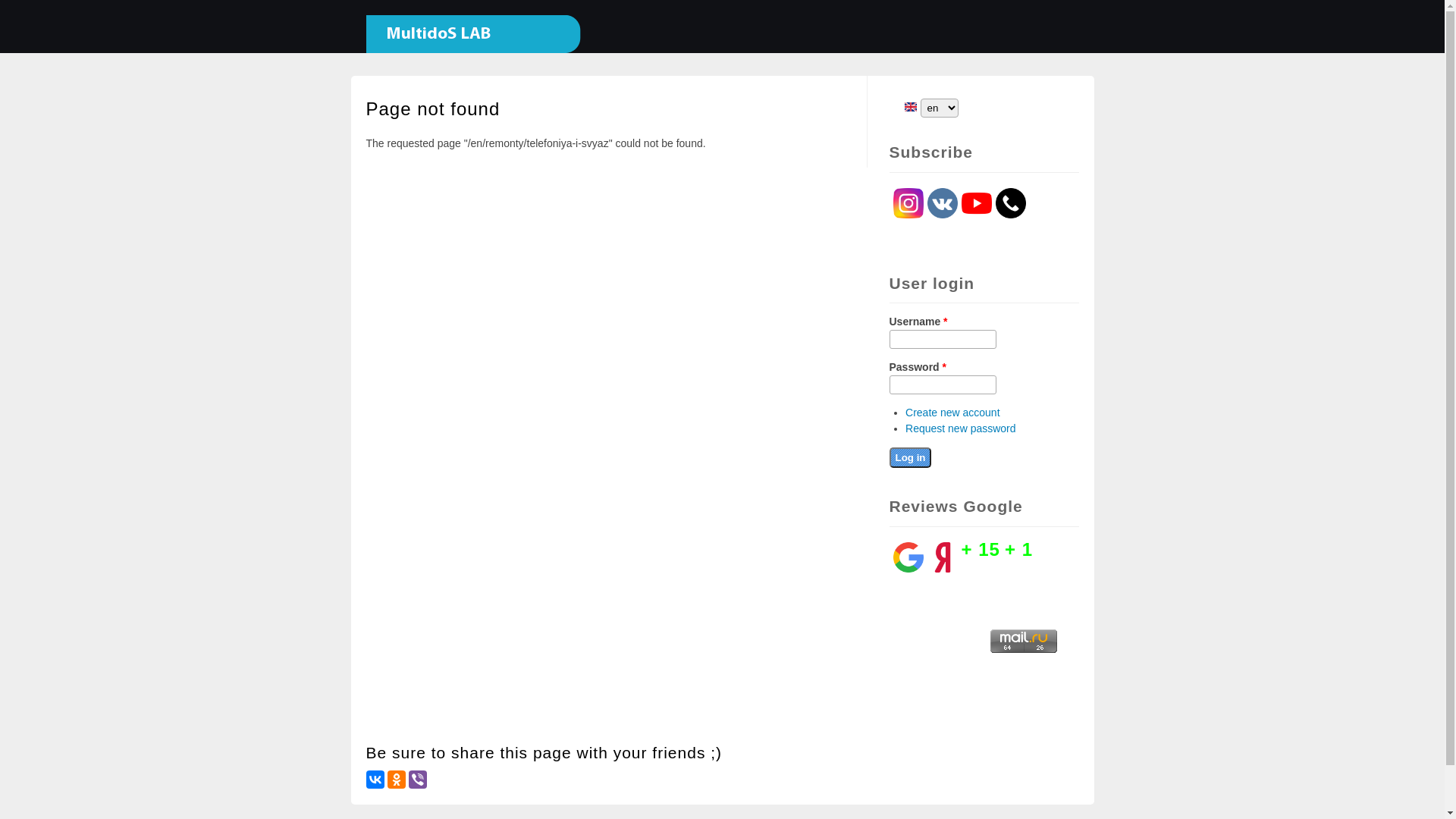  I want to click on '+ 1', so click(1018, 548).